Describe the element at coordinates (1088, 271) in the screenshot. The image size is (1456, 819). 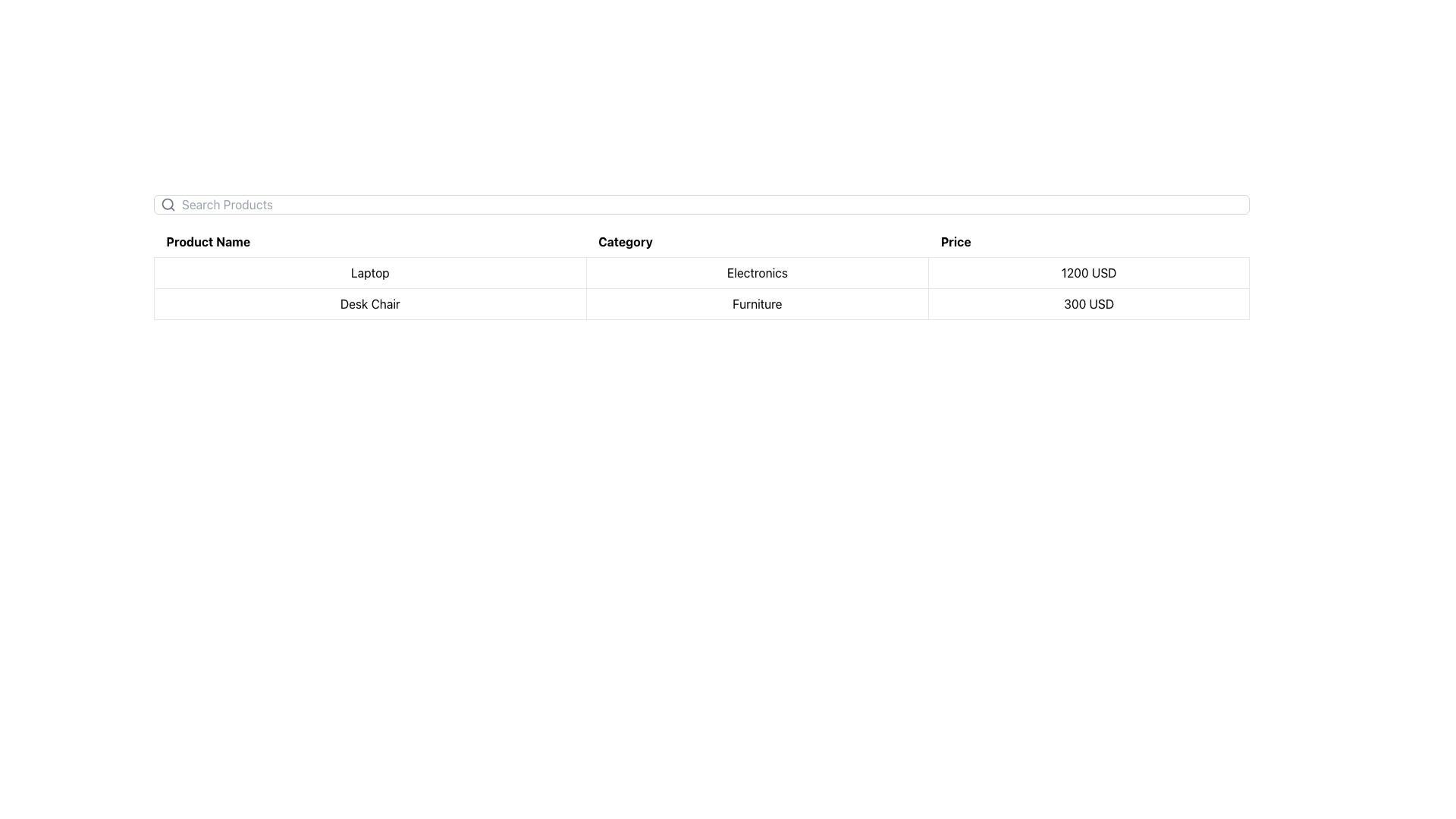
I see `the static text element displaying the price of the listed product in the 3rd column of the first data row of the table, which is aligned to the right of 'Electronics' in the 2nd column` at that location.